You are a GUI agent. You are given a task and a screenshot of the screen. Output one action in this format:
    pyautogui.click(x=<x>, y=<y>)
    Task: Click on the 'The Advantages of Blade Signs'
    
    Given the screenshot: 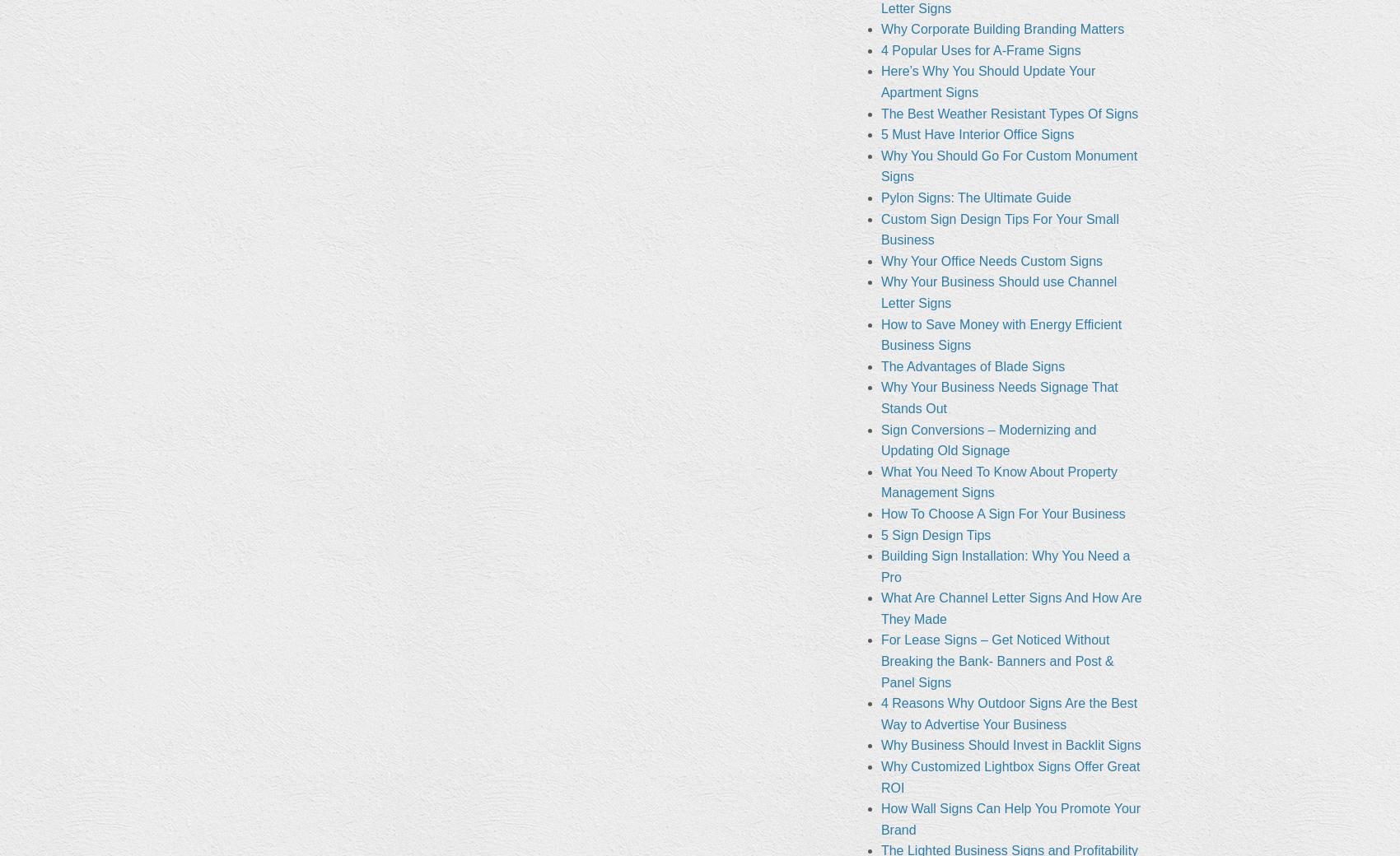 What is the action you would take?
    pyautogui.click(x=880, y=365)
    